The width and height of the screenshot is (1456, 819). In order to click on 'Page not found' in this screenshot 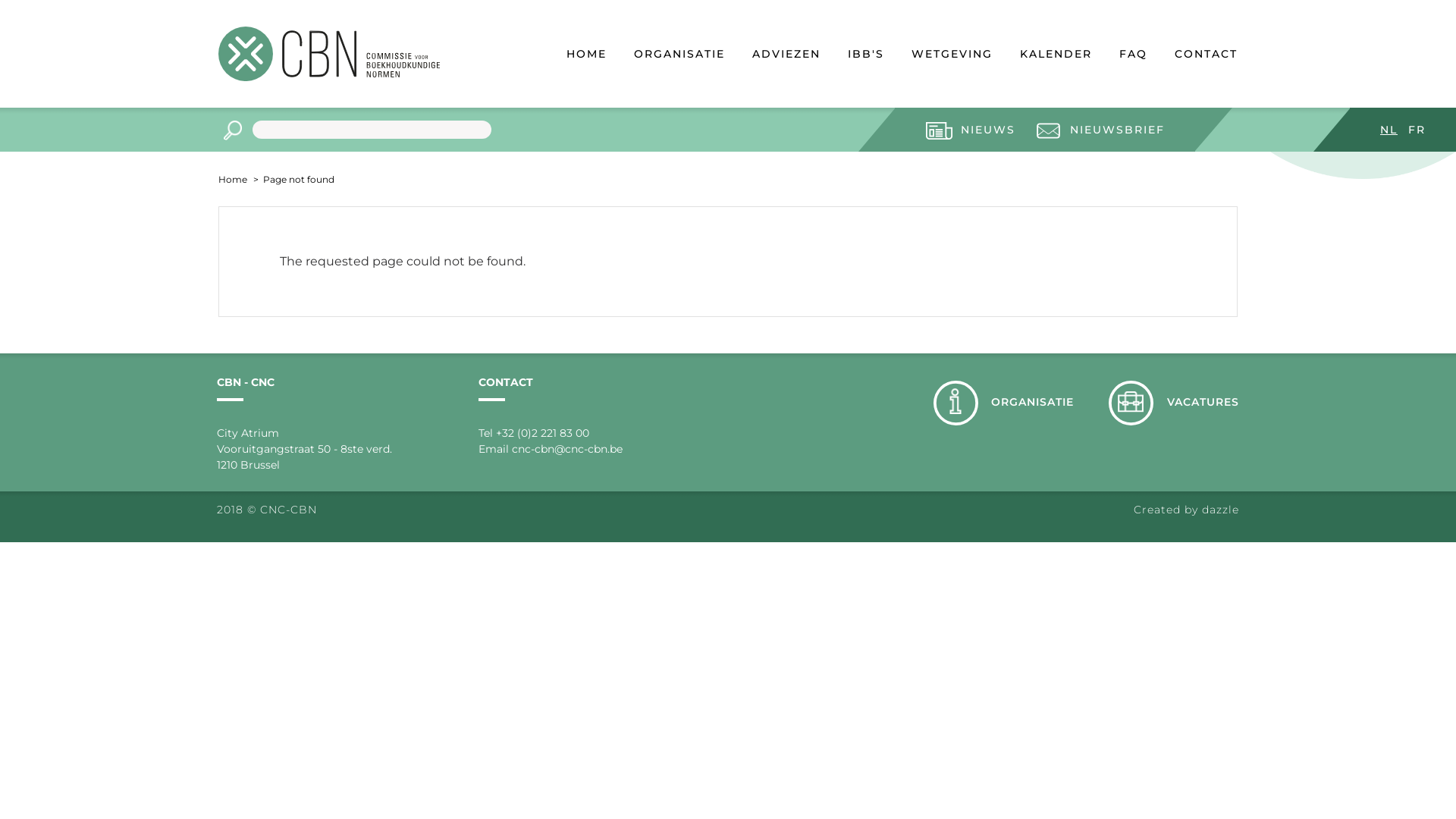, I will do `click(296, 178)`.